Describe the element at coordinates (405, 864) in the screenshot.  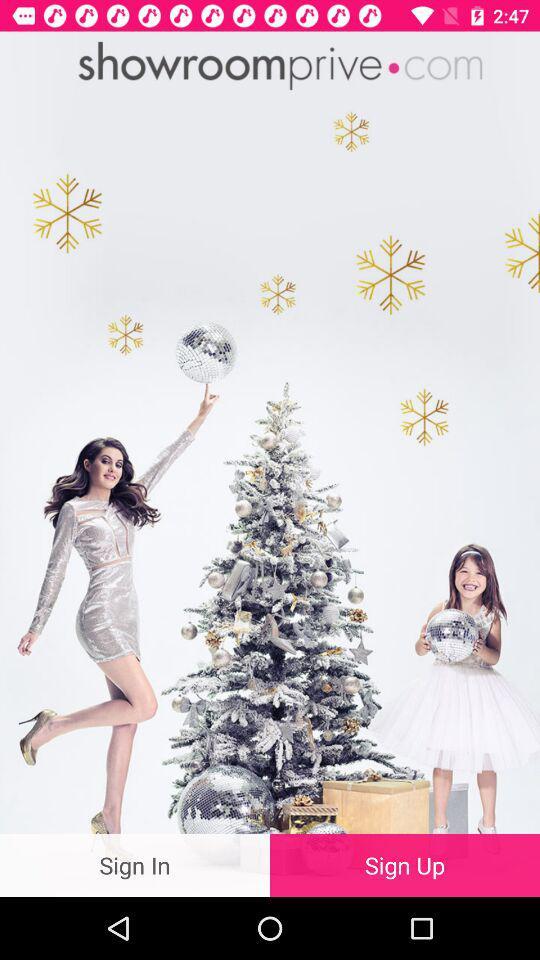
I see `the sign up item` at that location.